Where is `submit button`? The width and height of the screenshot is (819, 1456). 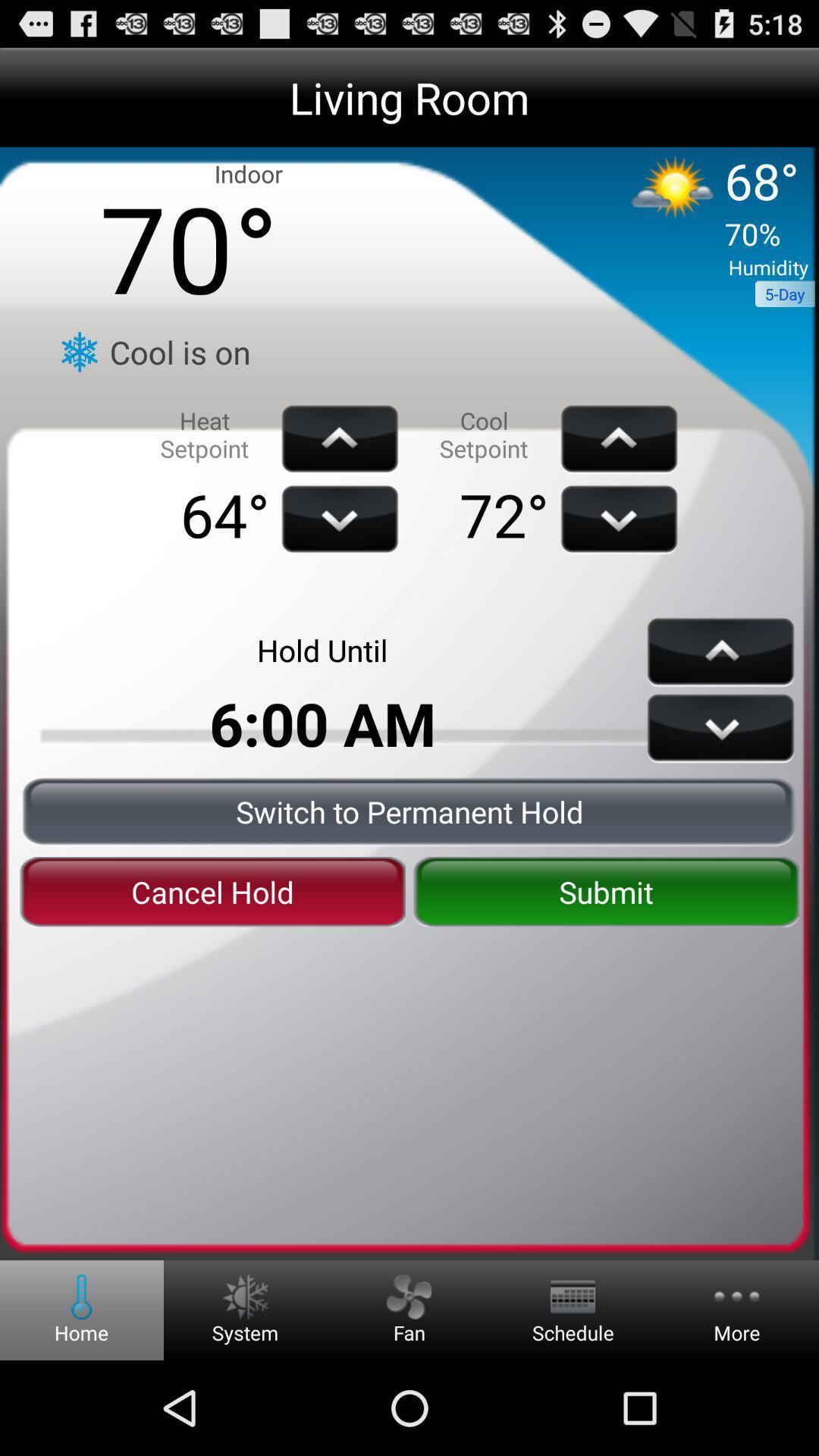
submit button is located at coordinates (605, 892).